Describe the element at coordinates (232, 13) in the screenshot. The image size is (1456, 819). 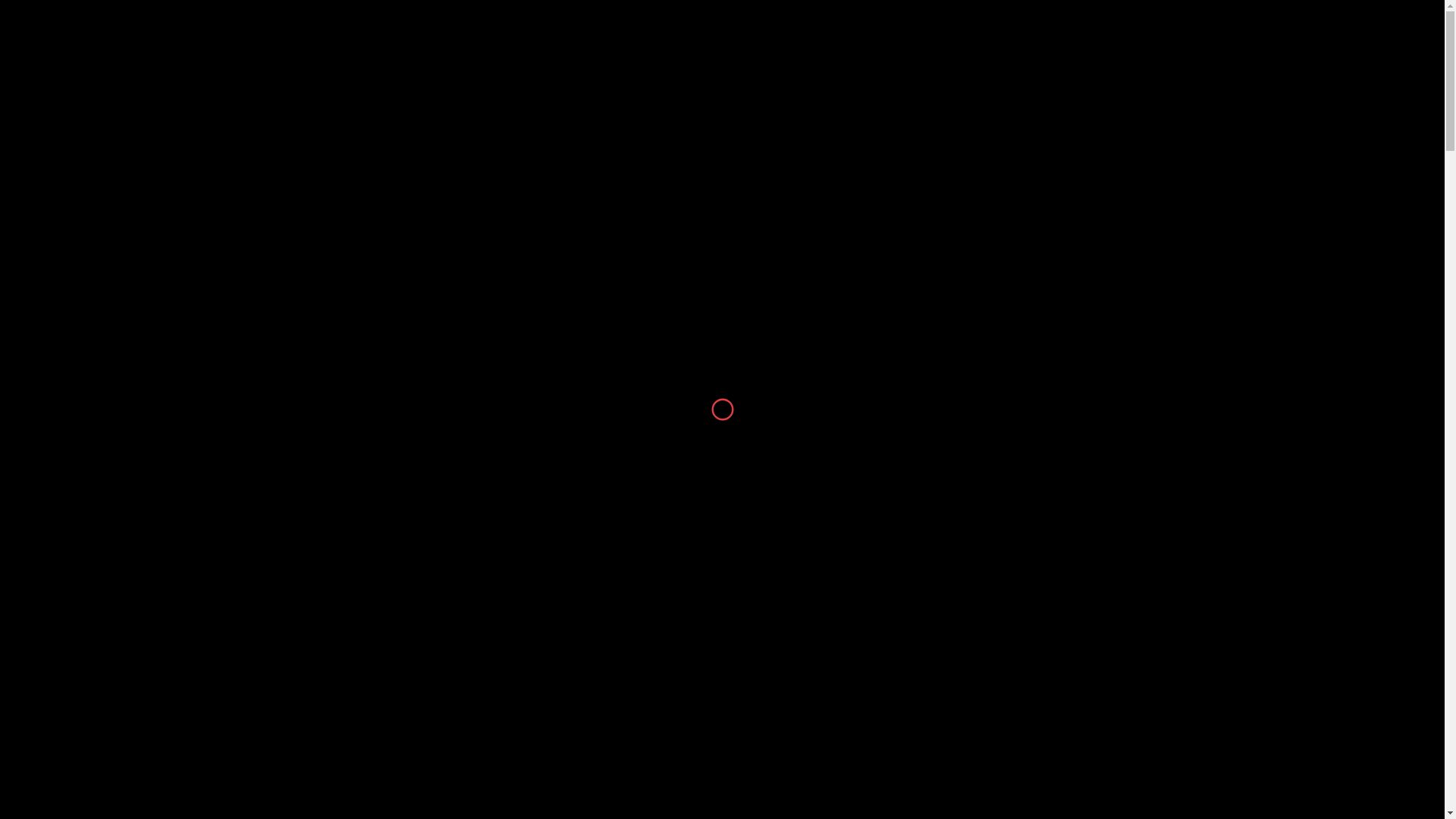
I see `'helpline@voguebyprince.com.bd'` at that location.